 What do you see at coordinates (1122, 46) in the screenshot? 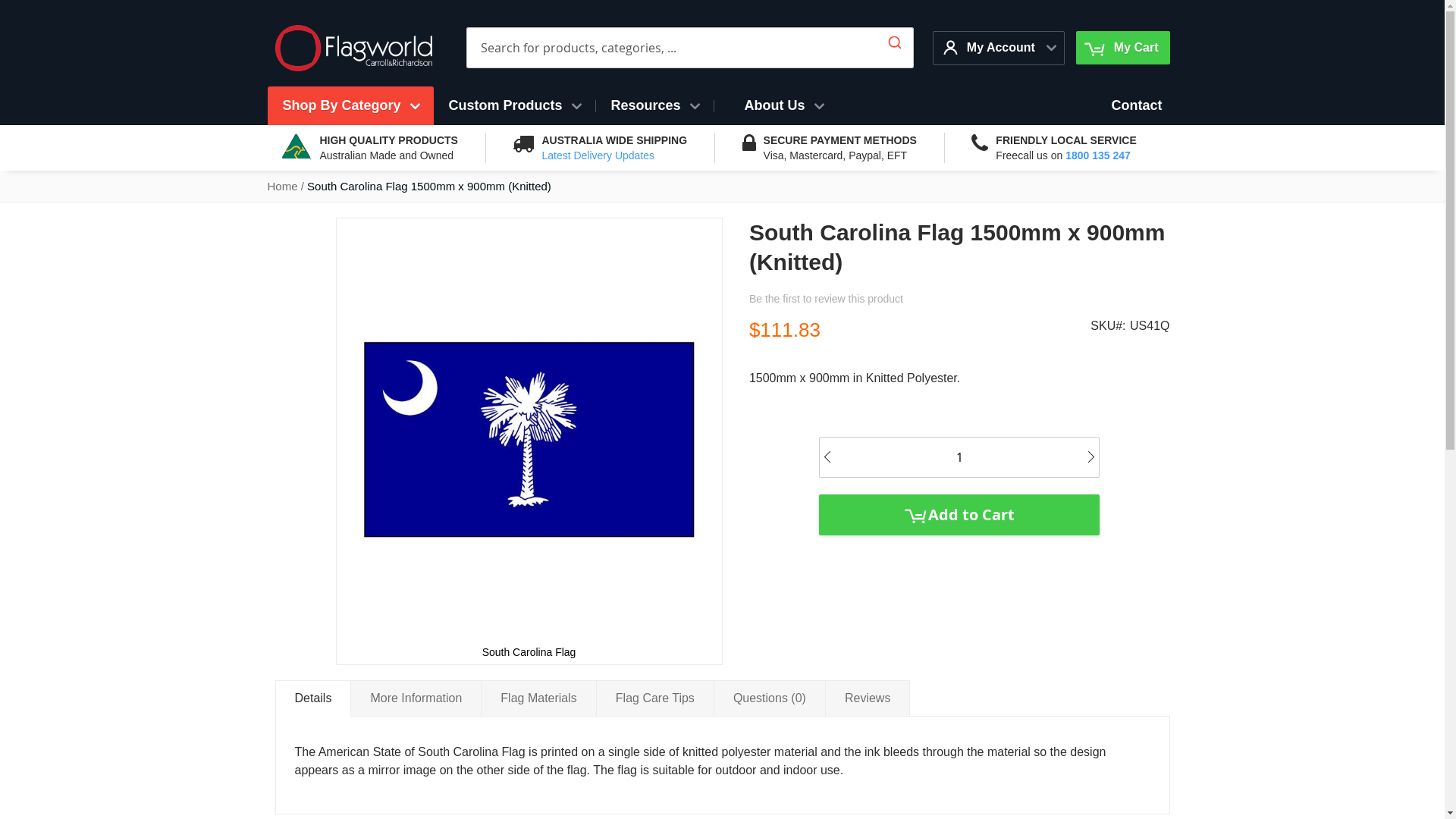
I see `'My Cart'` at bounding box center [1122, 46].